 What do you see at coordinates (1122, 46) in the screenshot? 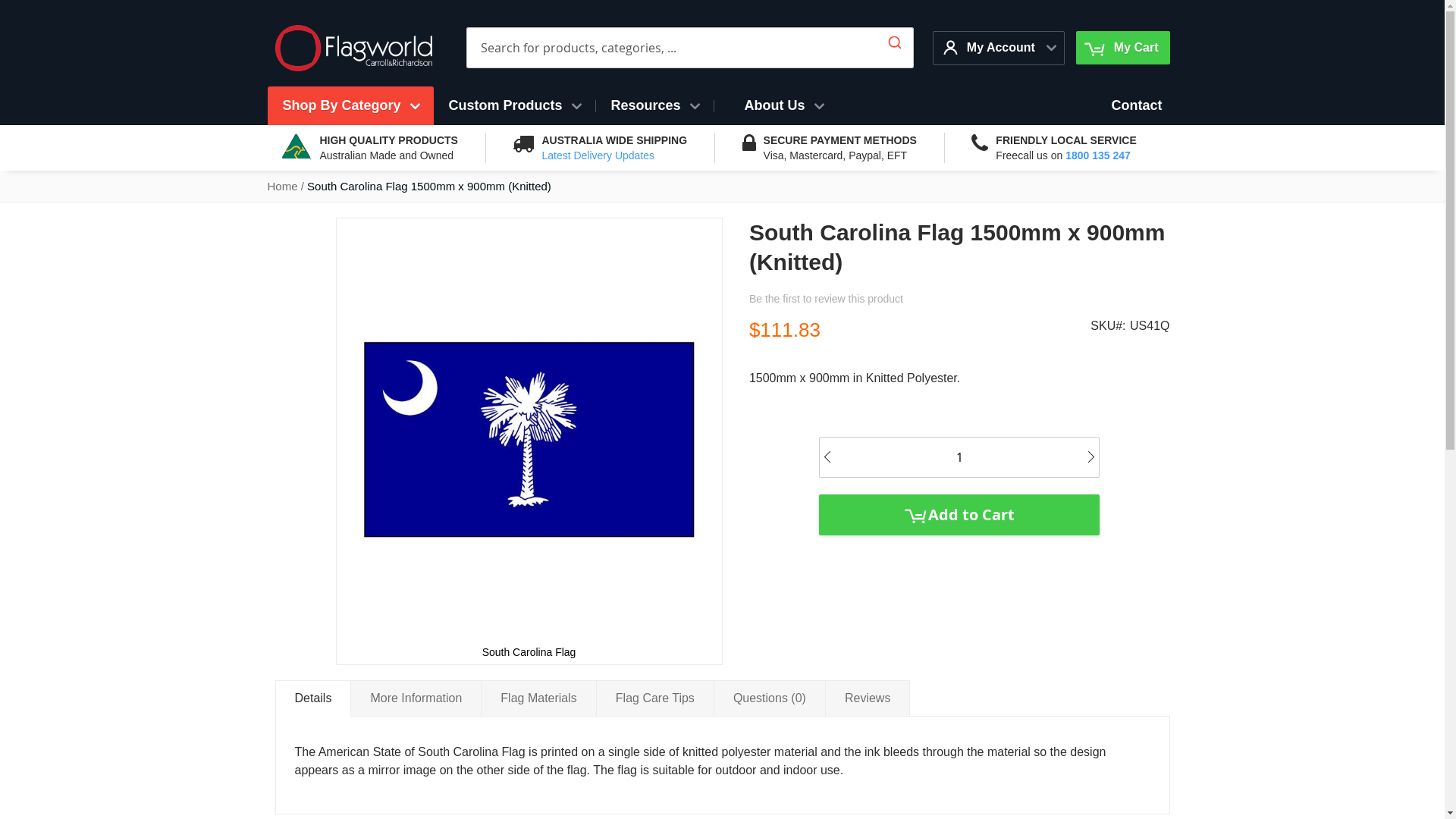
I see `'My Cart'` at bounding box center [1122, 46].